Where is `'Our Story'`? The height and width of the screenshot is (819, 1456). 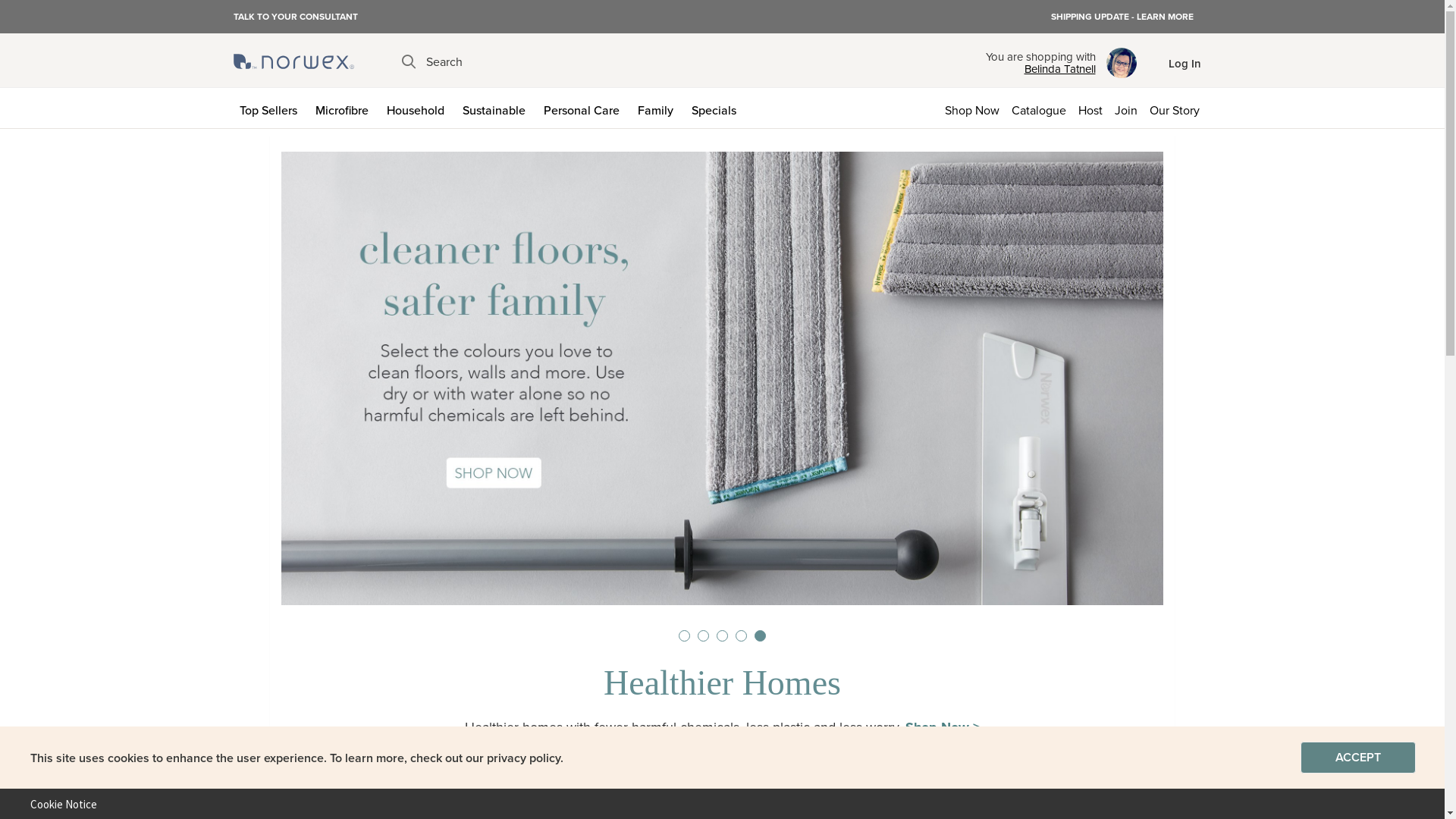 'Our Story' is located at coordinates (1177, 107).